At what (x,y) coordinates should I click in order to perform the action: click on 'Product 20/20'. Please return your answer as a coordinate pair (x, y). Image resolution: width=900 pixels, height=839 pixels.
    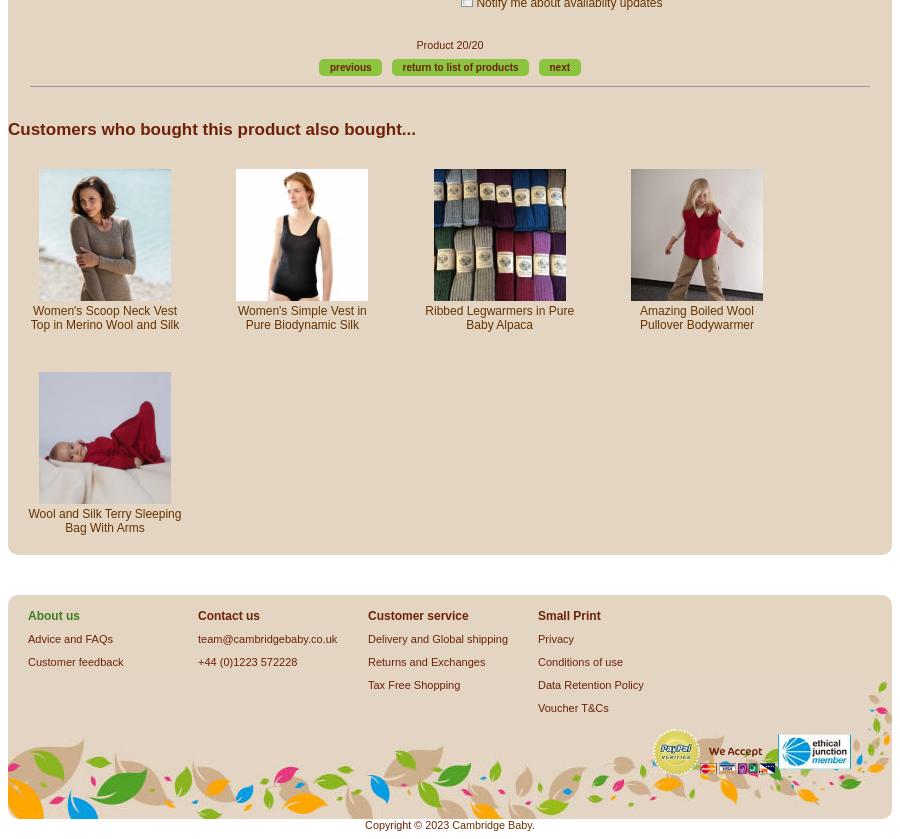
    Looking at the image, I should click on (449, 43).